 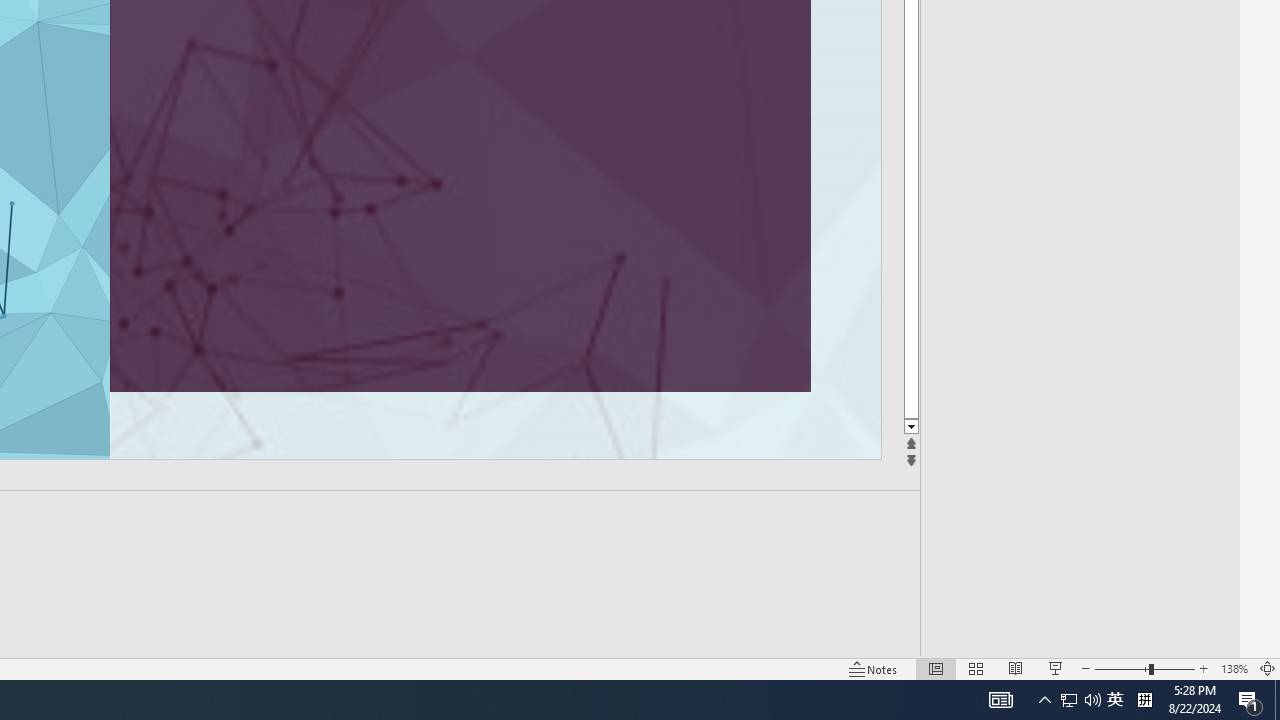 I want to click on 'Zoom 138%', so click(x=1233, y=669).